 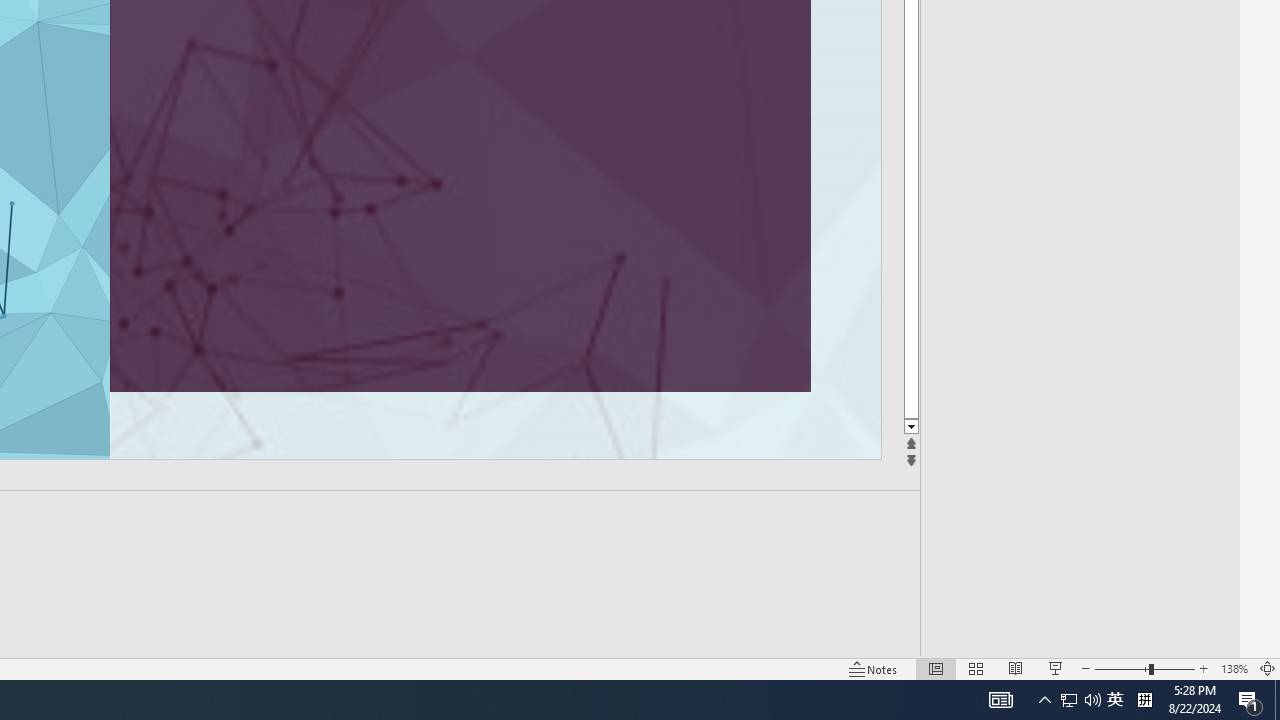 I want to click on 'Zoom 138%', so click(x=1233, y=669).